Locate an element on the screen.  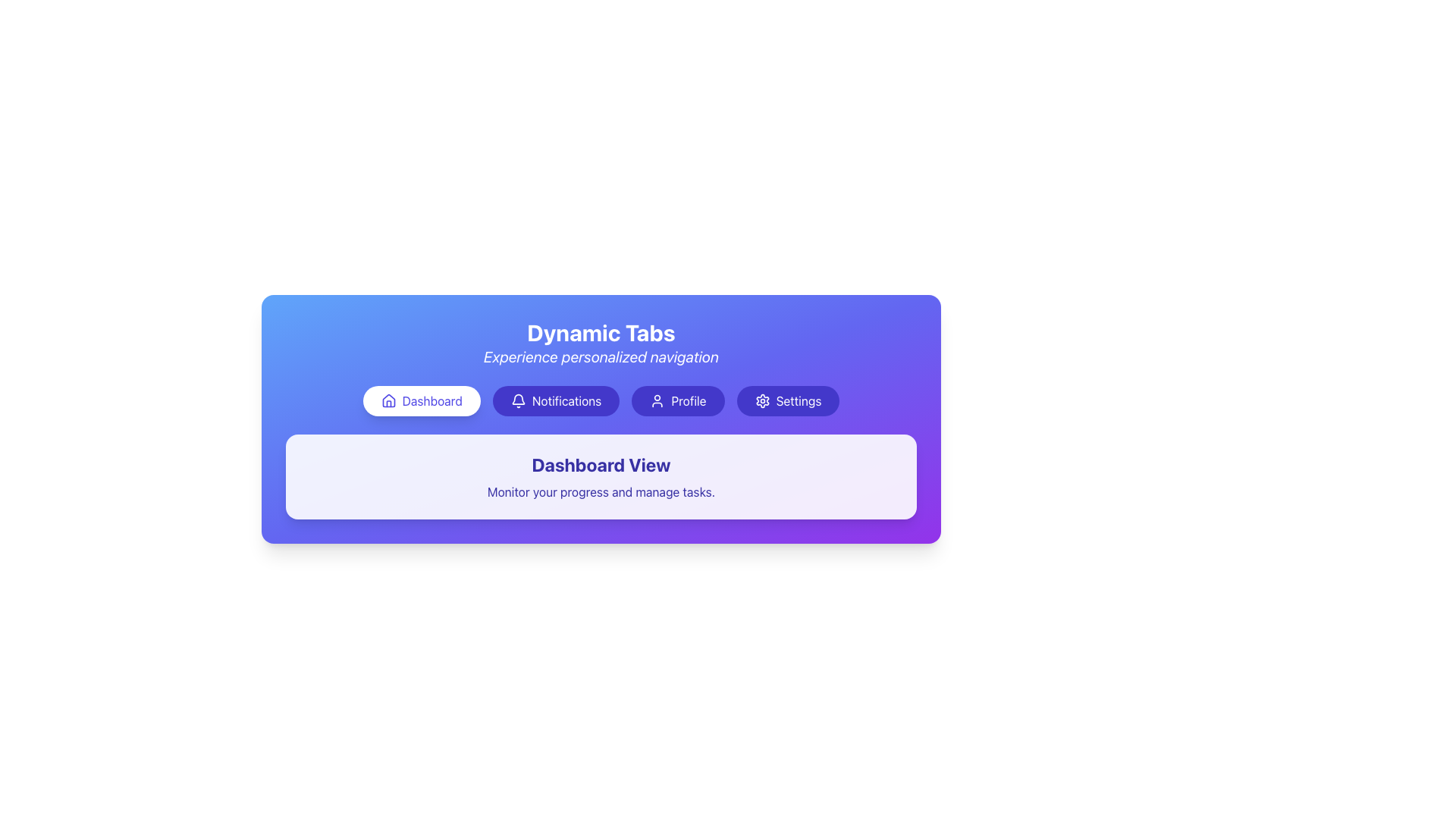
the italicized text label reading 'Experience personalized navigation' that is displayed in a large, light-colored font below the bold heading 'Dynamic Tabs' is located at coordinates (600, 356).